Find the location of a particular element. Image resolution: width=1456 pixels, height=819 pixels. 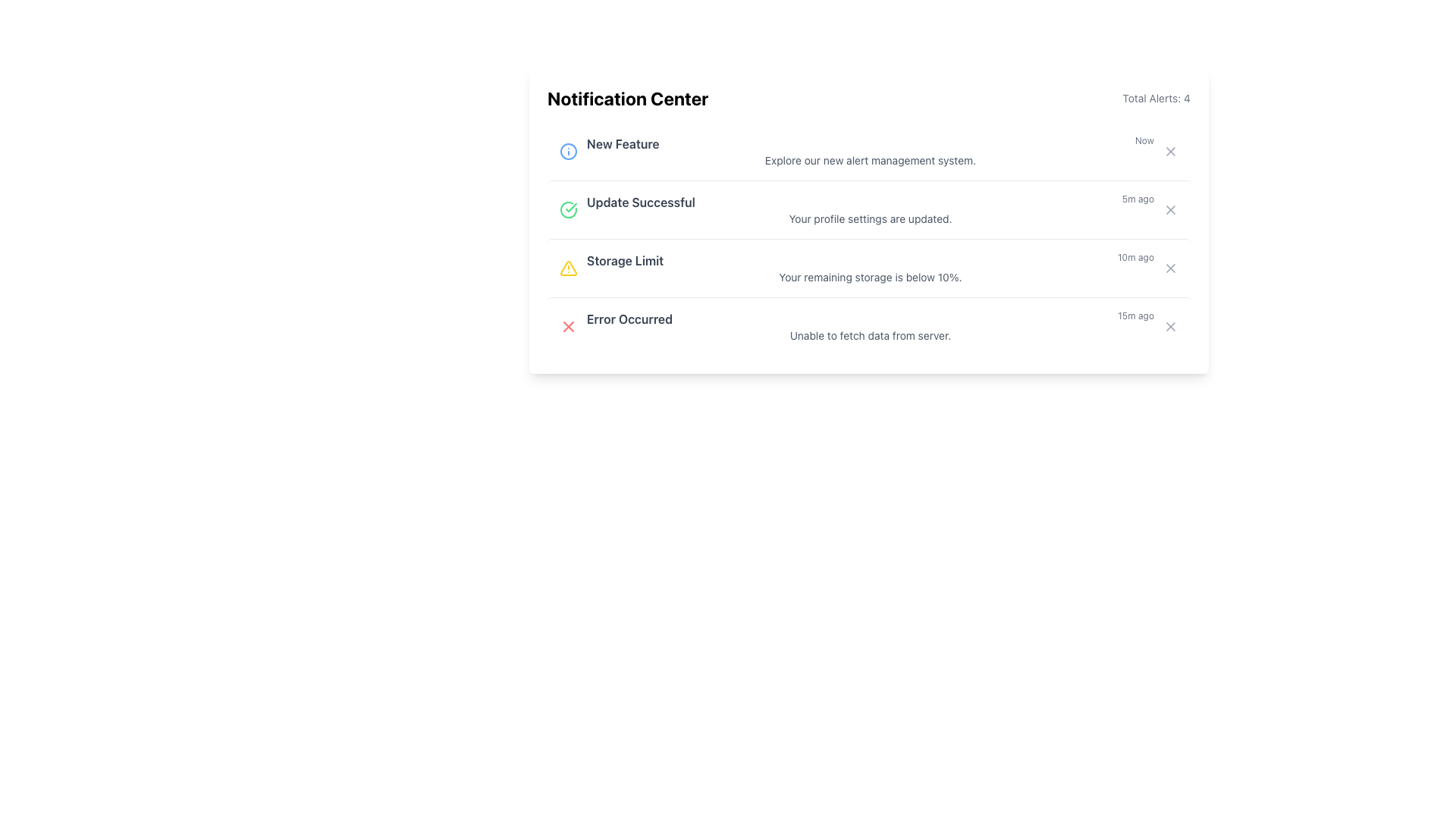

the circular 'X' mark button at the top-right corner of the 'New Feature' notification card is located at coordinates (1170, 152).